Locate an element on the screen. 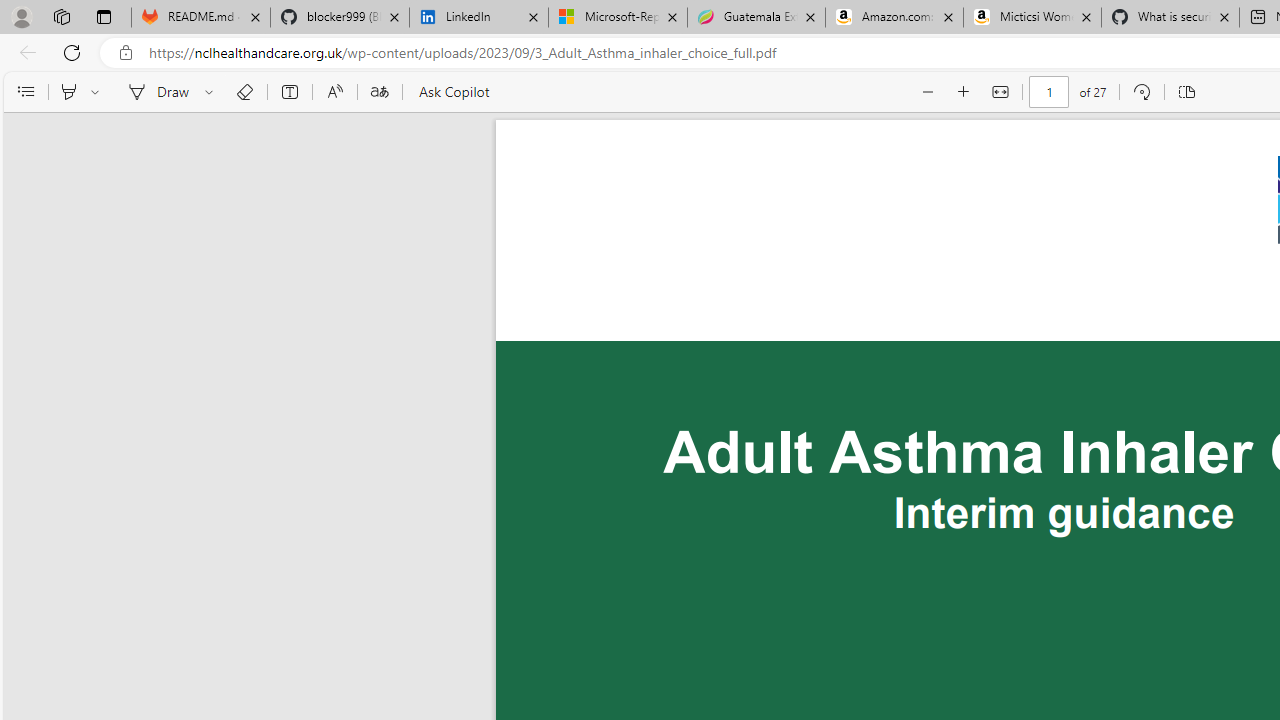  'Fit to width (Ctrl+\)' is located at coordinates (1000, 92).